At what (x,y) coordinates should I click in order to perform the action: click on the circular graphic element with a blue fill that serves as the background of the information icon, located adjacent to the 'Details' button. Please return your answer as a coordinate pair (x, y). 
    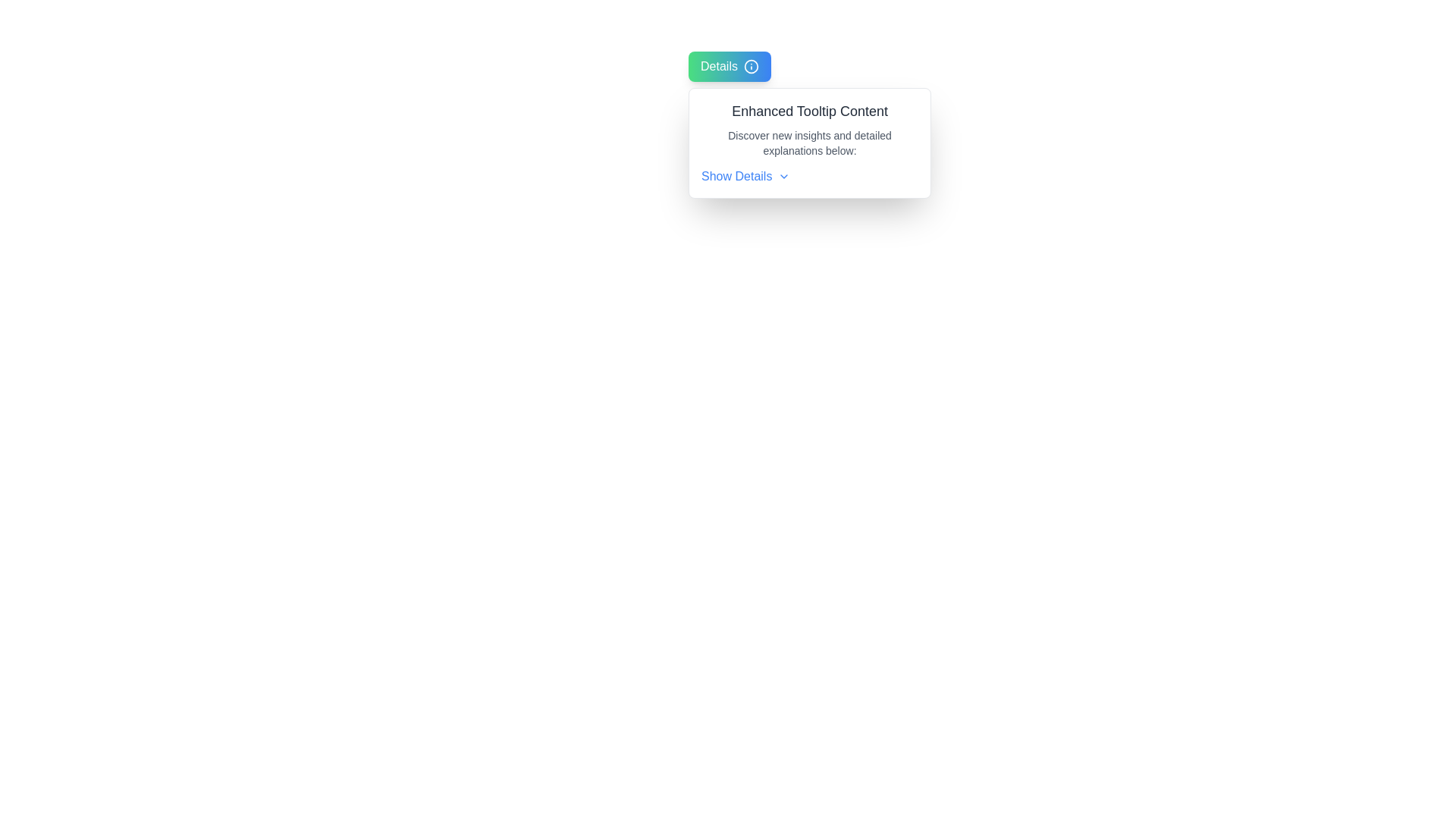
    Looking at the image, I should click on (751, 66).